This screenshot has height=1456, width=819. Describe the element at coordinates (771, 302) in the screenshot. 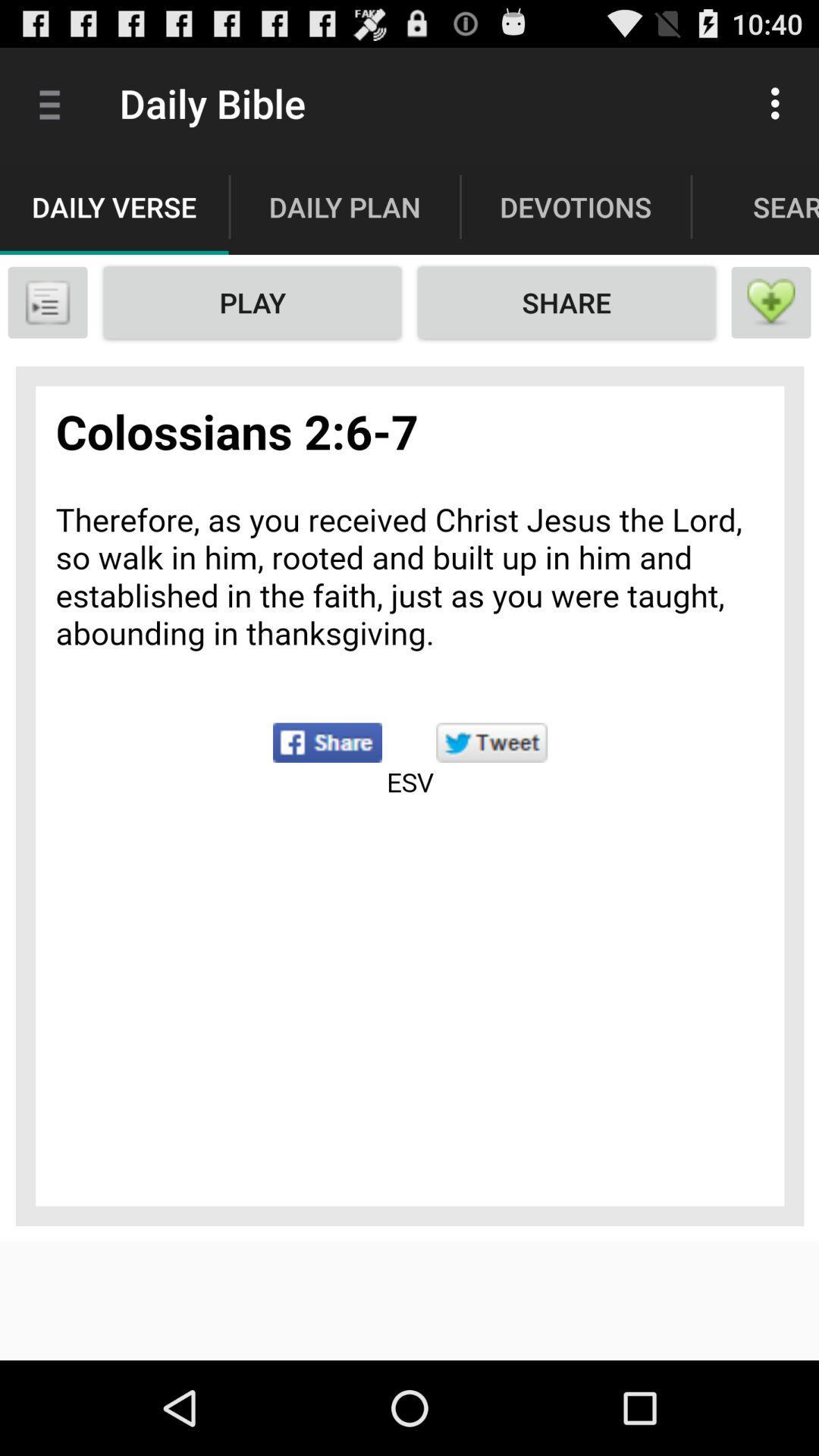

I see `like box` at that location.